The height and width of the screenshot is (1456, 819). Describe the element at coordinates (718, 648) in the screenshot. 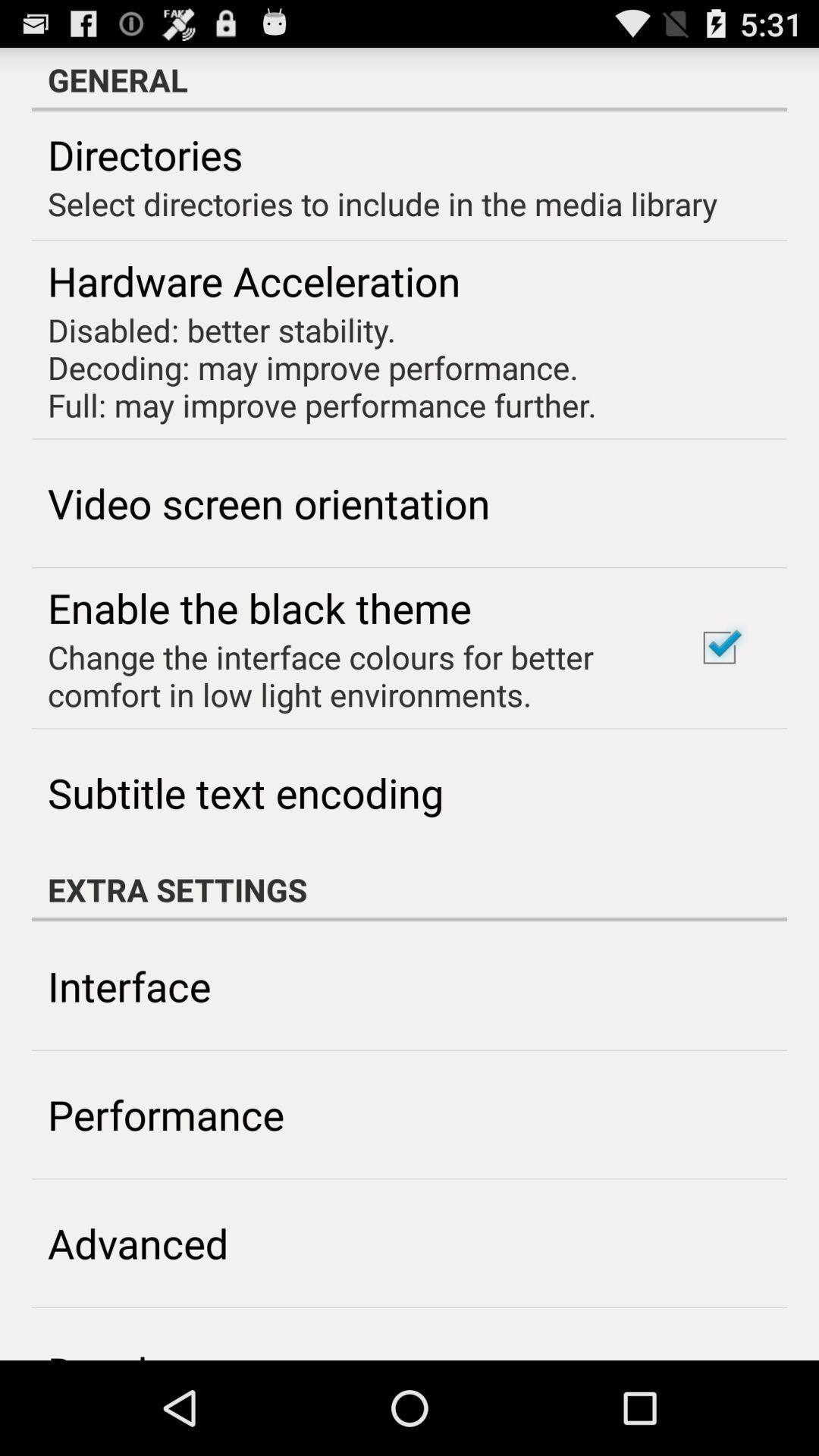

I see `the app above the extra settings item` at that location.